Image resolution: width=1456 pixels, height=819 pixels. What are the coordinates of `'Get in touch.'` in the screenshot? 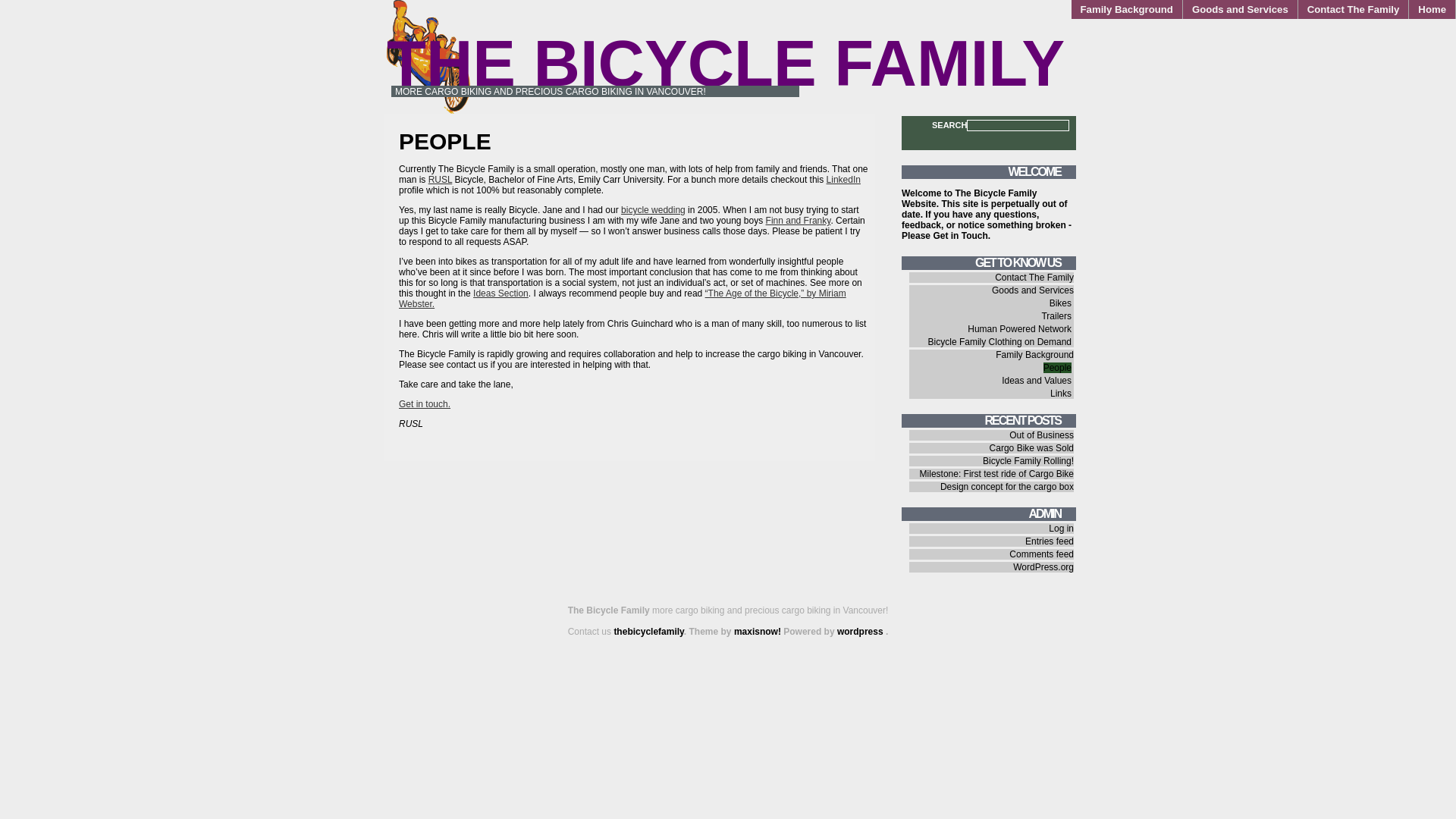 It's located at (425, 403).